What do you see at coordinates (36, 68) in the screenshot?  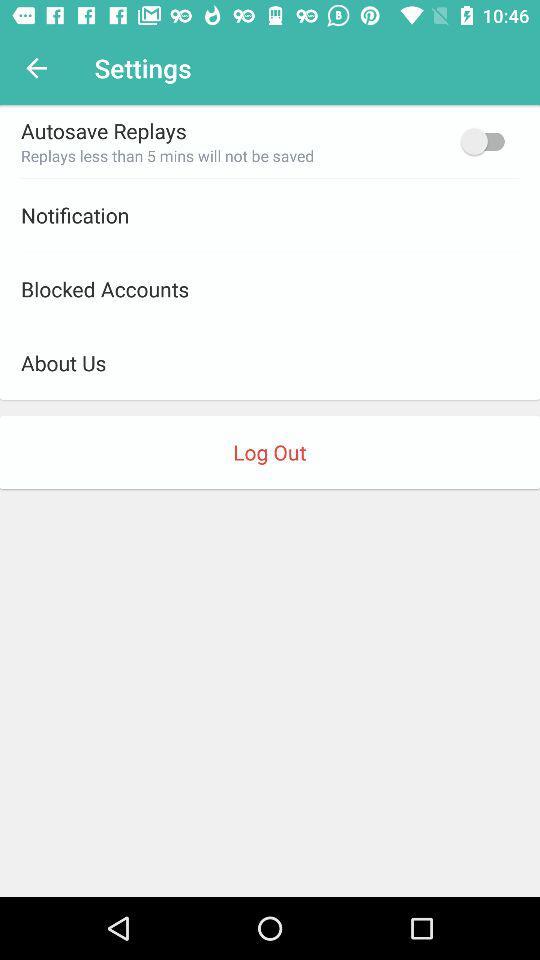 I see `item to the left of settings item` at bounding box center [36, 68].